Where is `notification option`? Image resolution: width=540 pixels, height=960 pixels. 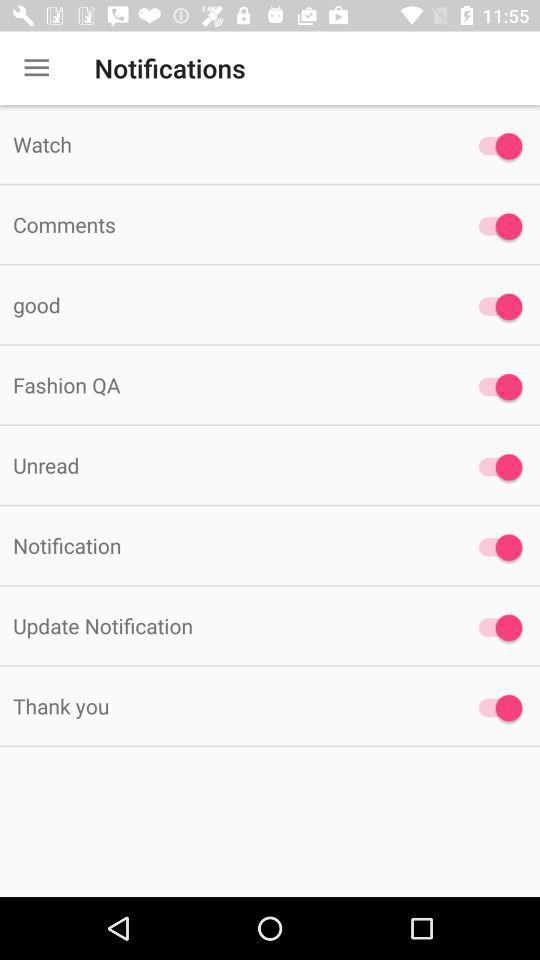 notification option is located at coordinates (494, 547).